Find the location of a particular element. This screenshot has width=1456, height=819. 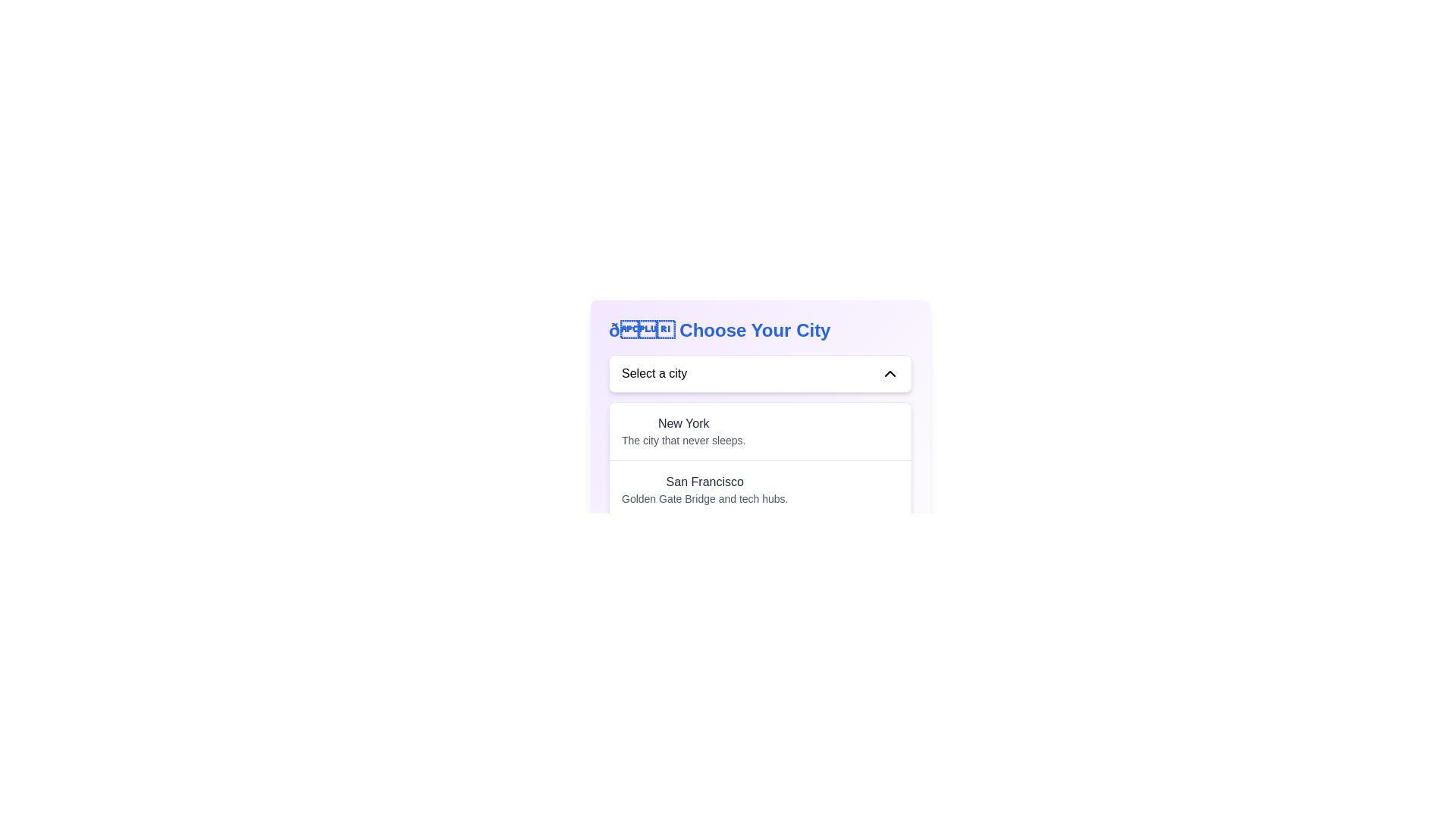

title text labeled '🌍 Choose Your City', which is styled in a large, bold blue font and is centrally placed at the top of the layout above the dropdown selection is located at coordinates (761, 329).